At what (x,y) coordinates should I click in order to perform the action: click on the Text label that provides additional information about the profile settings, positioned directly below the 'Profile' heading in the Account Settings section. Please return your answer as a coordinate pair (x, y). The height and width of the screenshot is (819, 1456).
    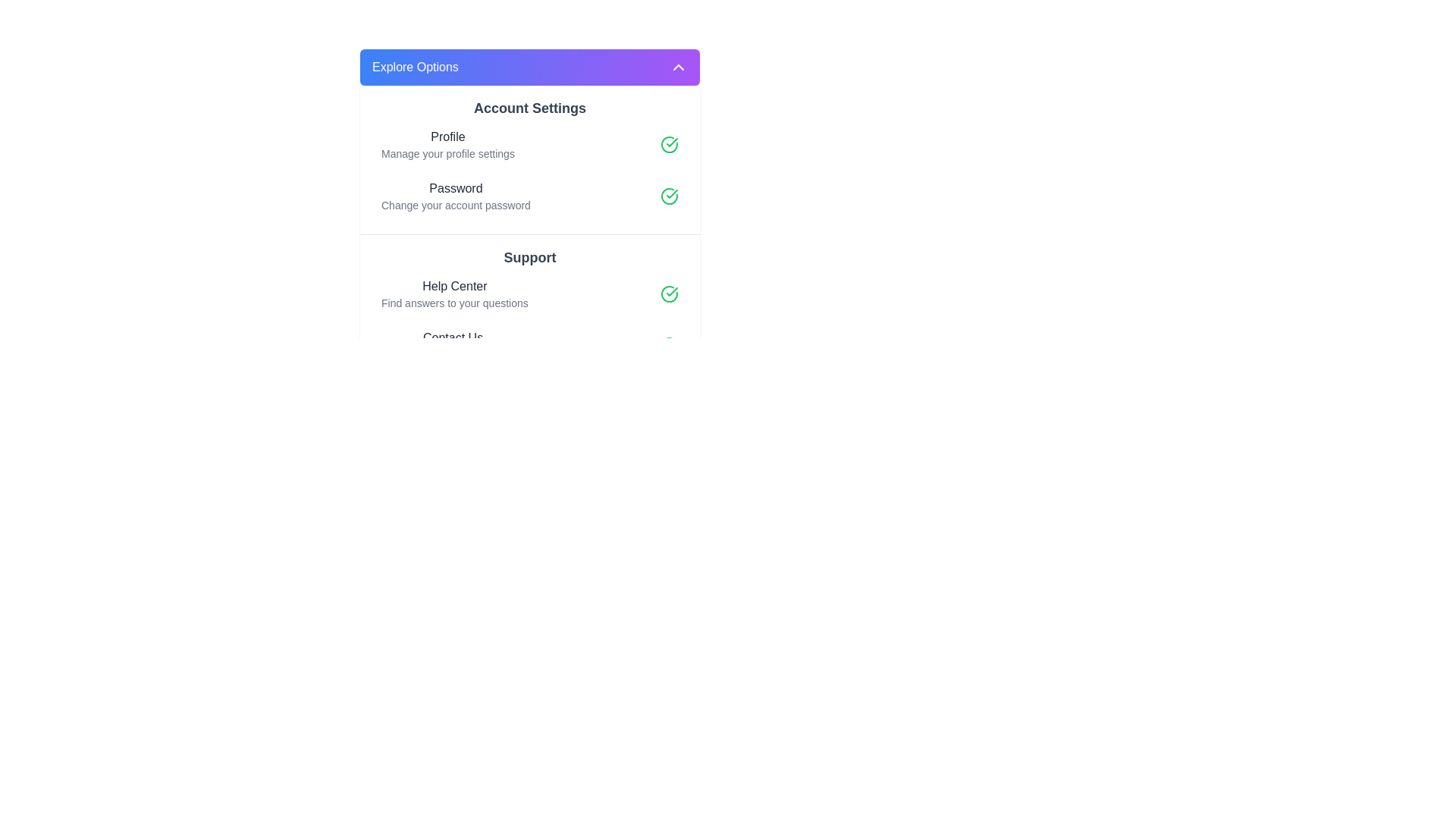
    Looking at the image, I should click on (447, 154).